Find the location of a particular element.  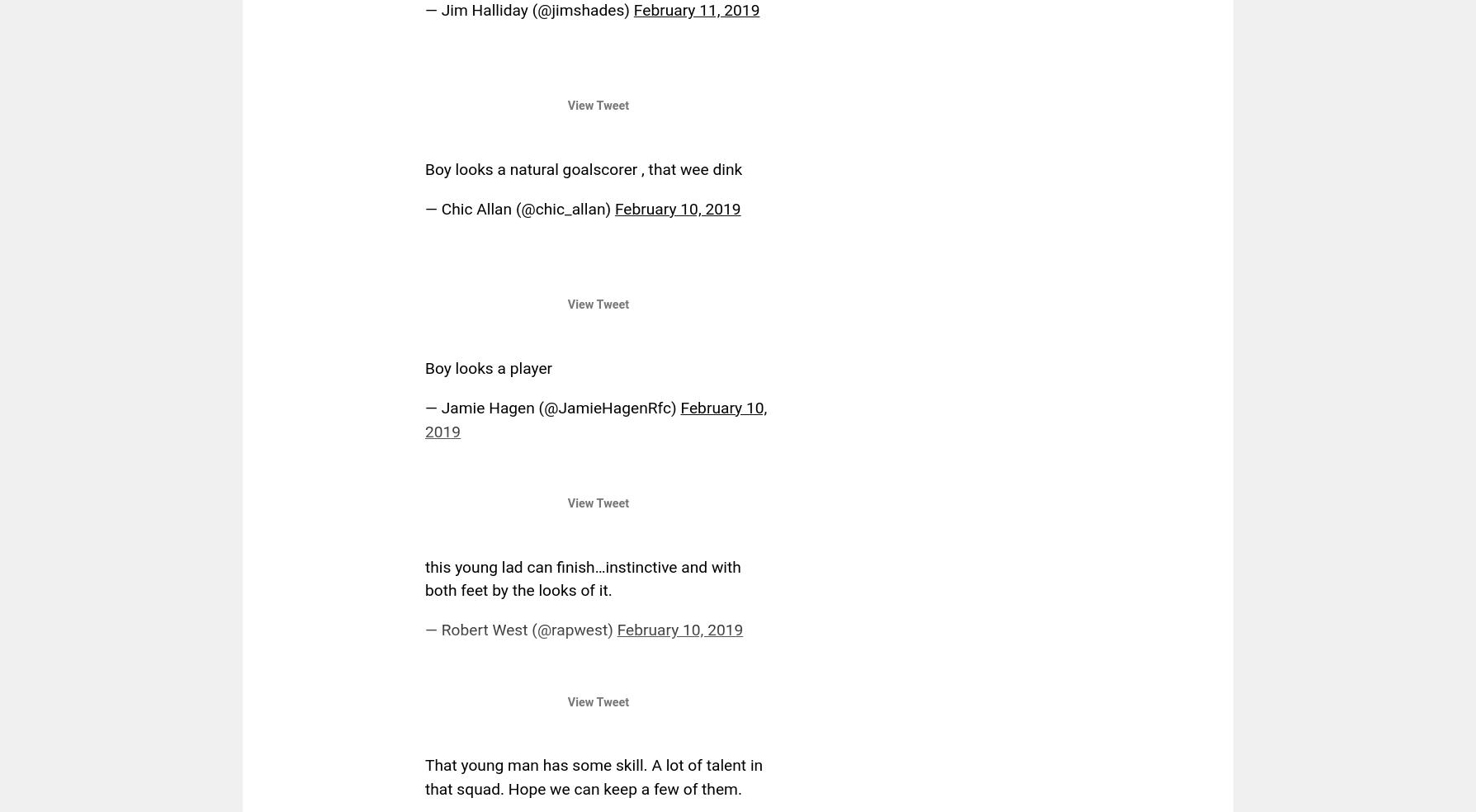

'Boy looks a player' is located at coordinates (489, 367).